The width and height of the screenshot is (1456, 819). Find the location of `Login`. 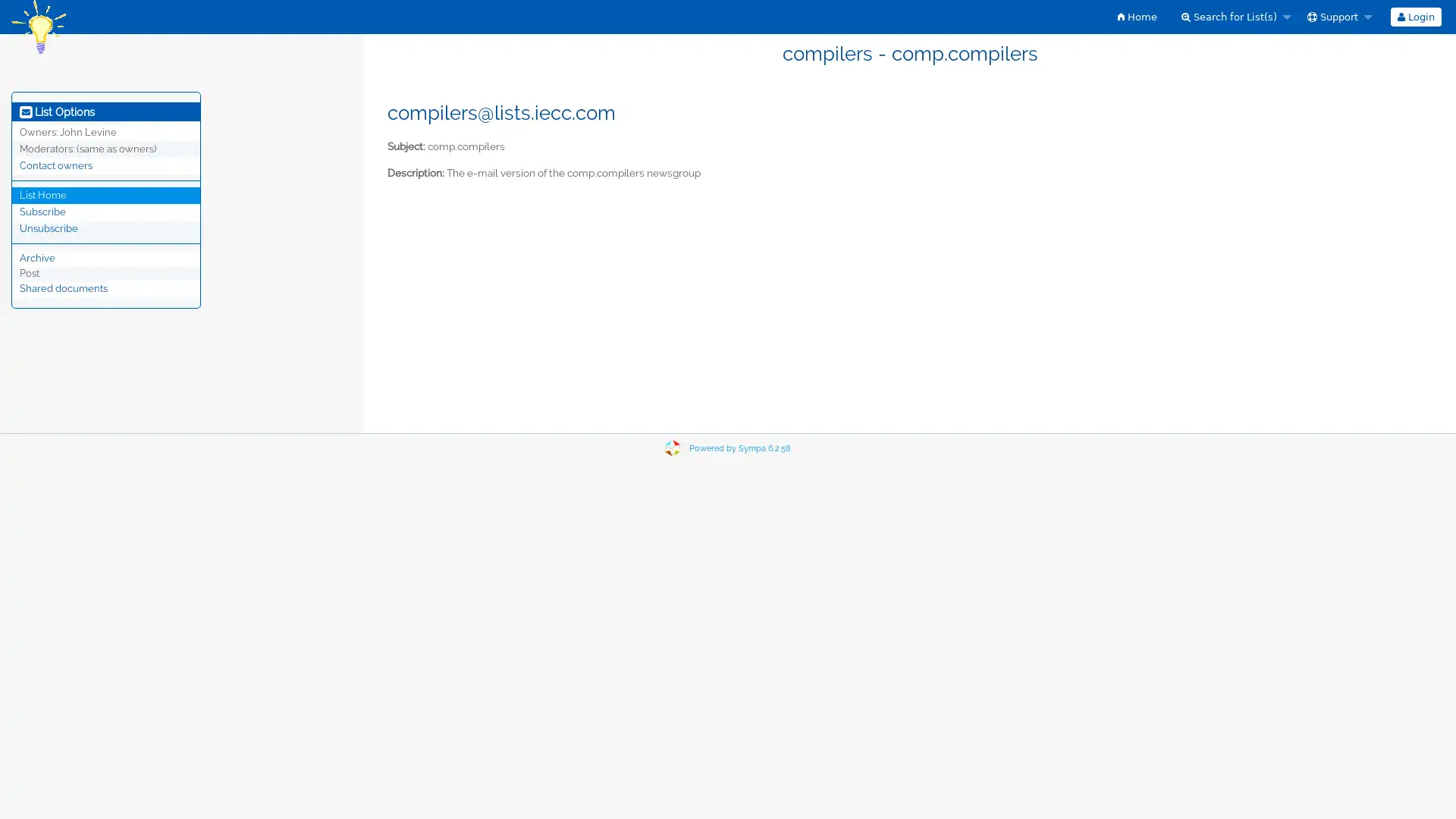

Login is located at coordinates (1414, 17).